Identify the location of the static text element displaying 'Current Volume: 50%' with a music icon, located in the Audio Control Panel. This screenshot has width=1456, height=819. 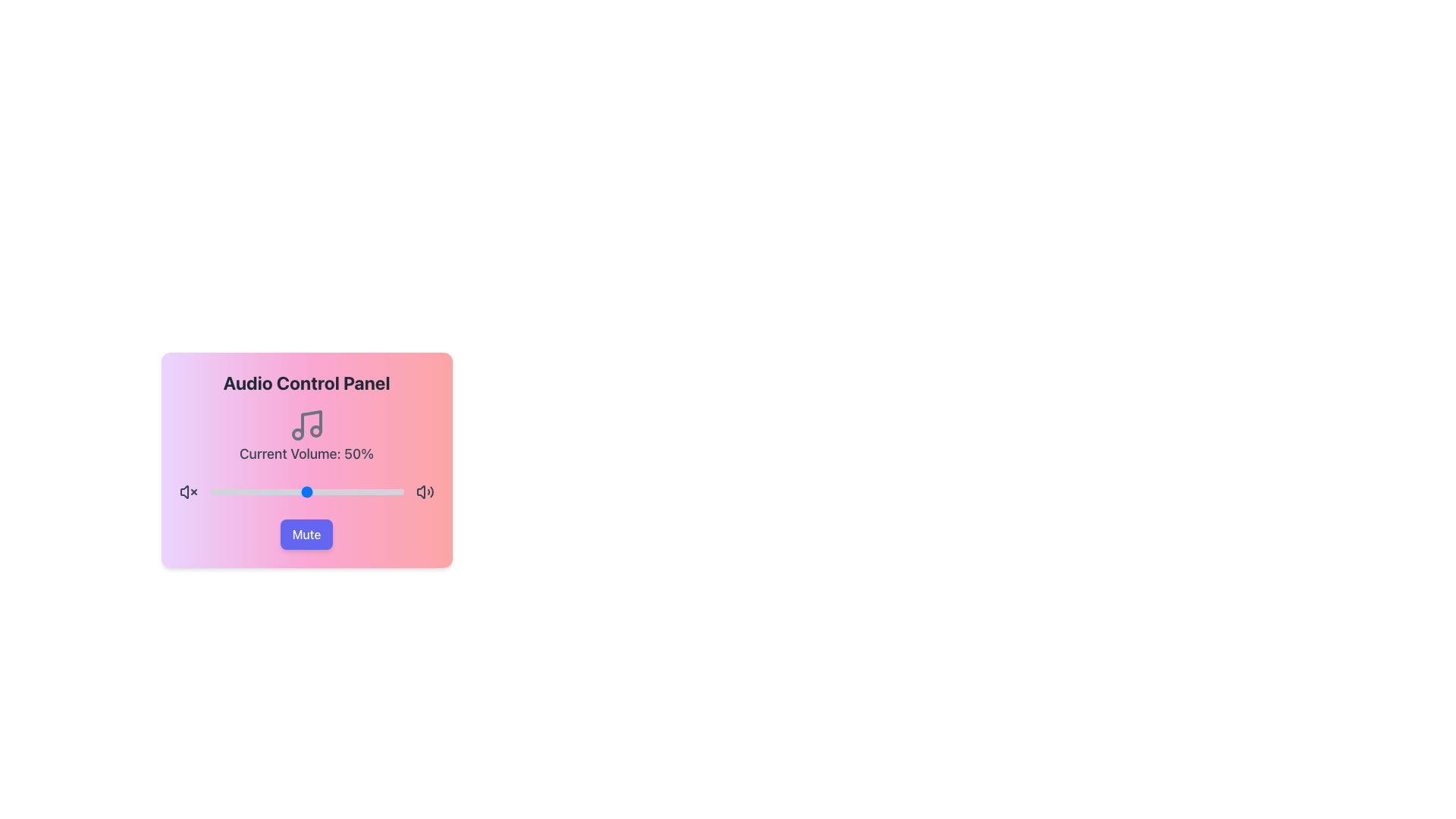
(306, 435).